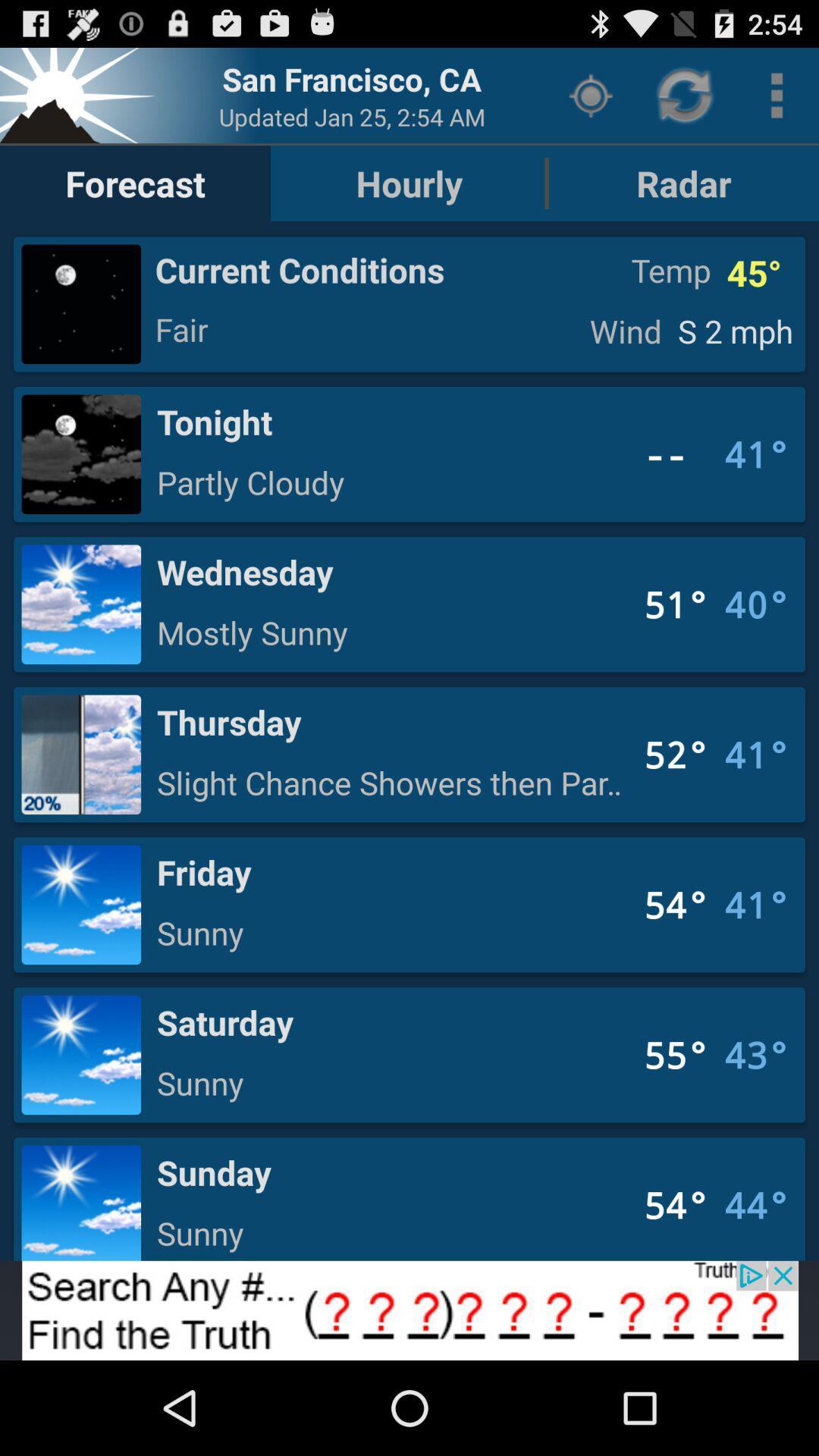 The width and height of the screenshot is (819, 1456). Describe the element at coordinates (409, 1310) in the screenshot. I see `banner advertisement` at that location.